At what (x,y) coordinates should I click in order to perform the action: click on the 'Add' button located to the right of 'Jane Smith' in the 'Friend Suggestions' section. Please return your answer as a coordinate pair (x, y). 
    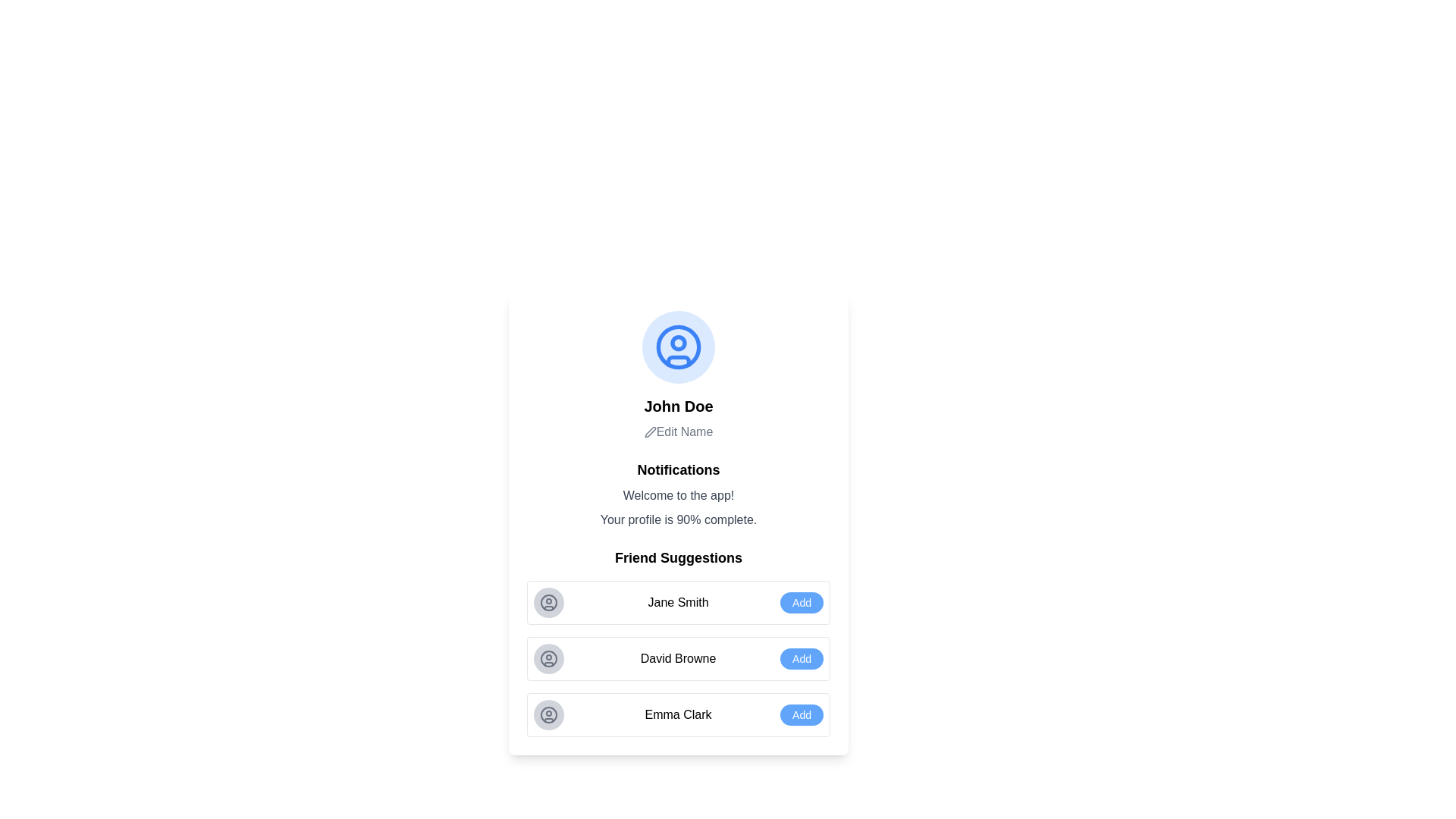
    Looking at the image, I should click on (801, 601).